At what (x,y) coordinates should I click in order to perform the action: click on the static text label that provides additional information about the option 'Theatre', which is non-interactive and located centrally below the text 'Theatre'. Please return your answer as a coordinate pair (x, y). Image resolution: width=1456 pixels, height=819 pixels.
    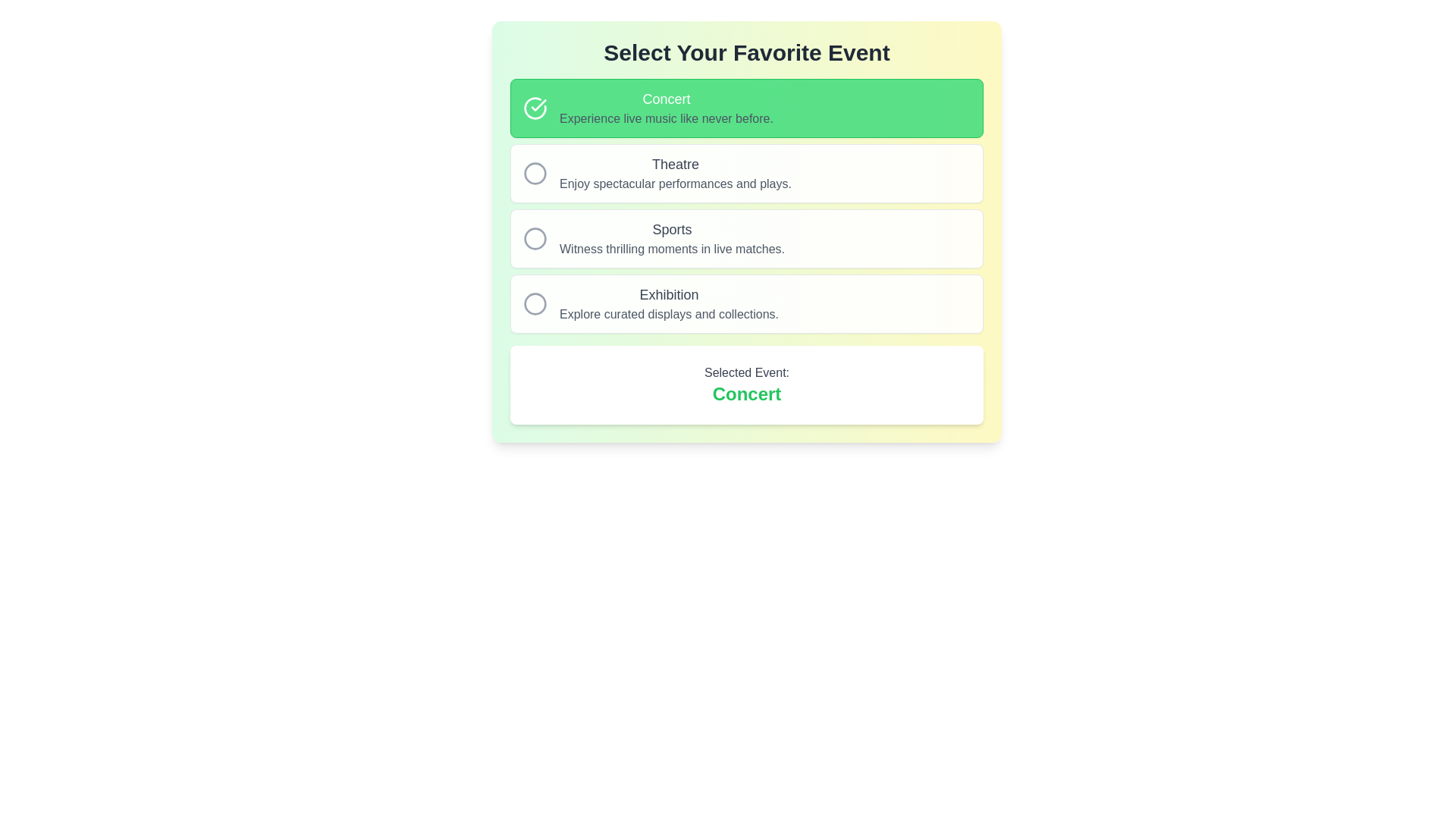
    Looking at the image, I should click on (674, 184).